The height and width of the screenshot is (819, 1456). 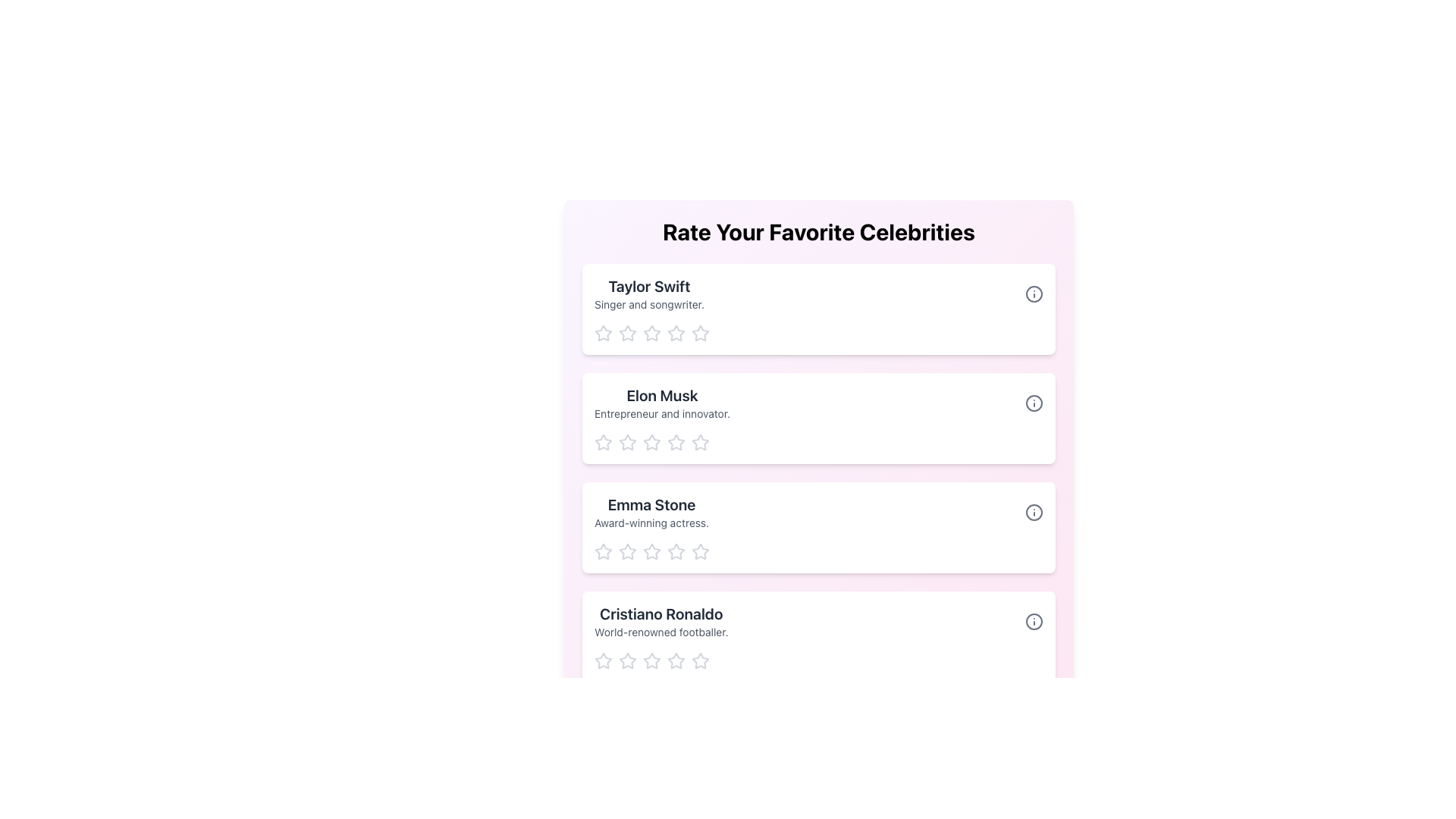 What do you see at coordinates (700, 332) in the screenshot?
I see `the third star-shaped icon with a light gray outline in the rating interface beneath 'Taylor Swift' for a custom rating action` at bounding box center [700, 332].